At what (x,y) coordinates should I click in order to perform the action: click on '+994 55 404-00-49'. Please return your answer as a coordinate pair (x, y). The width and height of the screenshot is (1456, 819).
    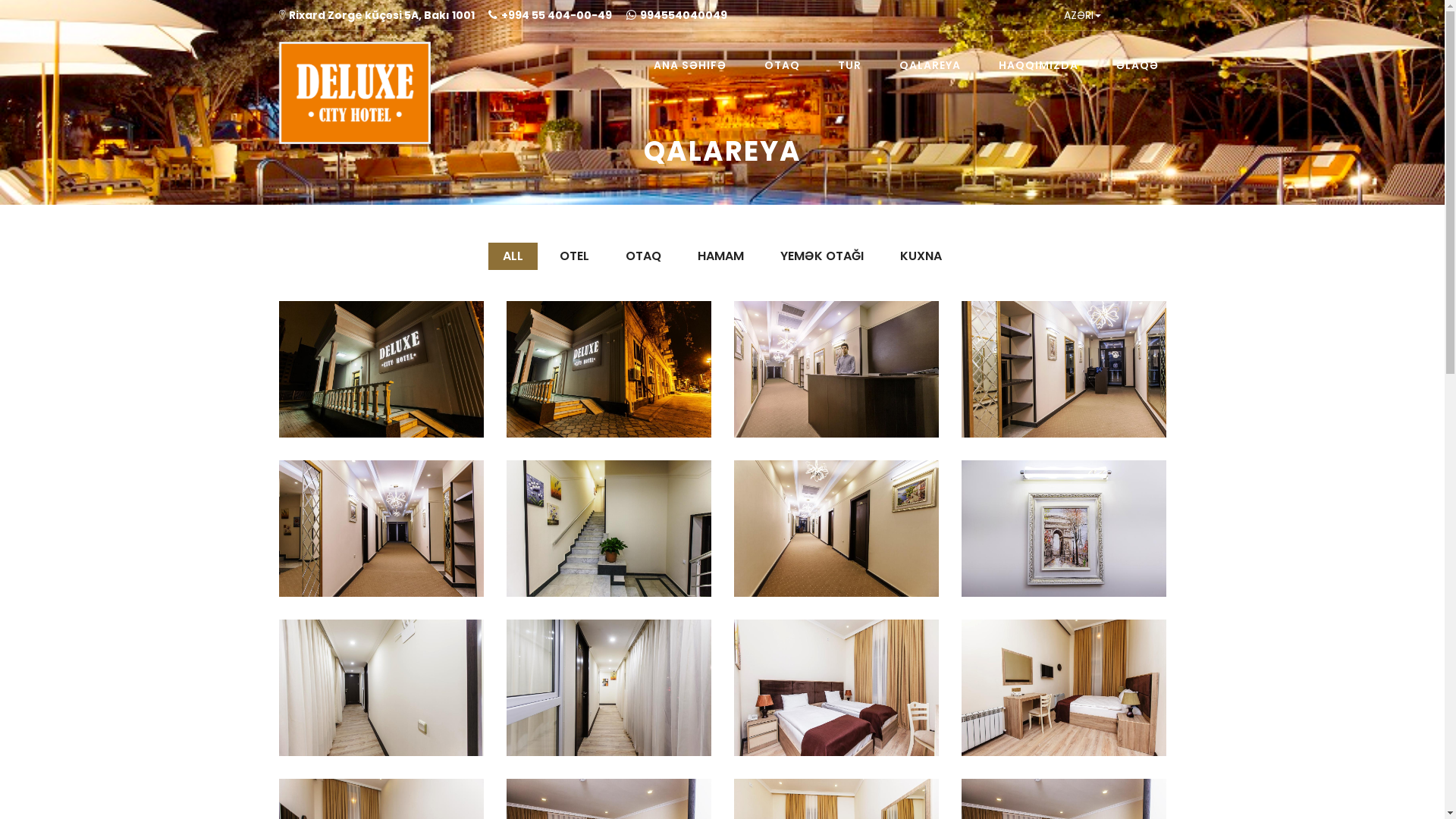
    Looking at the image, I should click on (549, 14).